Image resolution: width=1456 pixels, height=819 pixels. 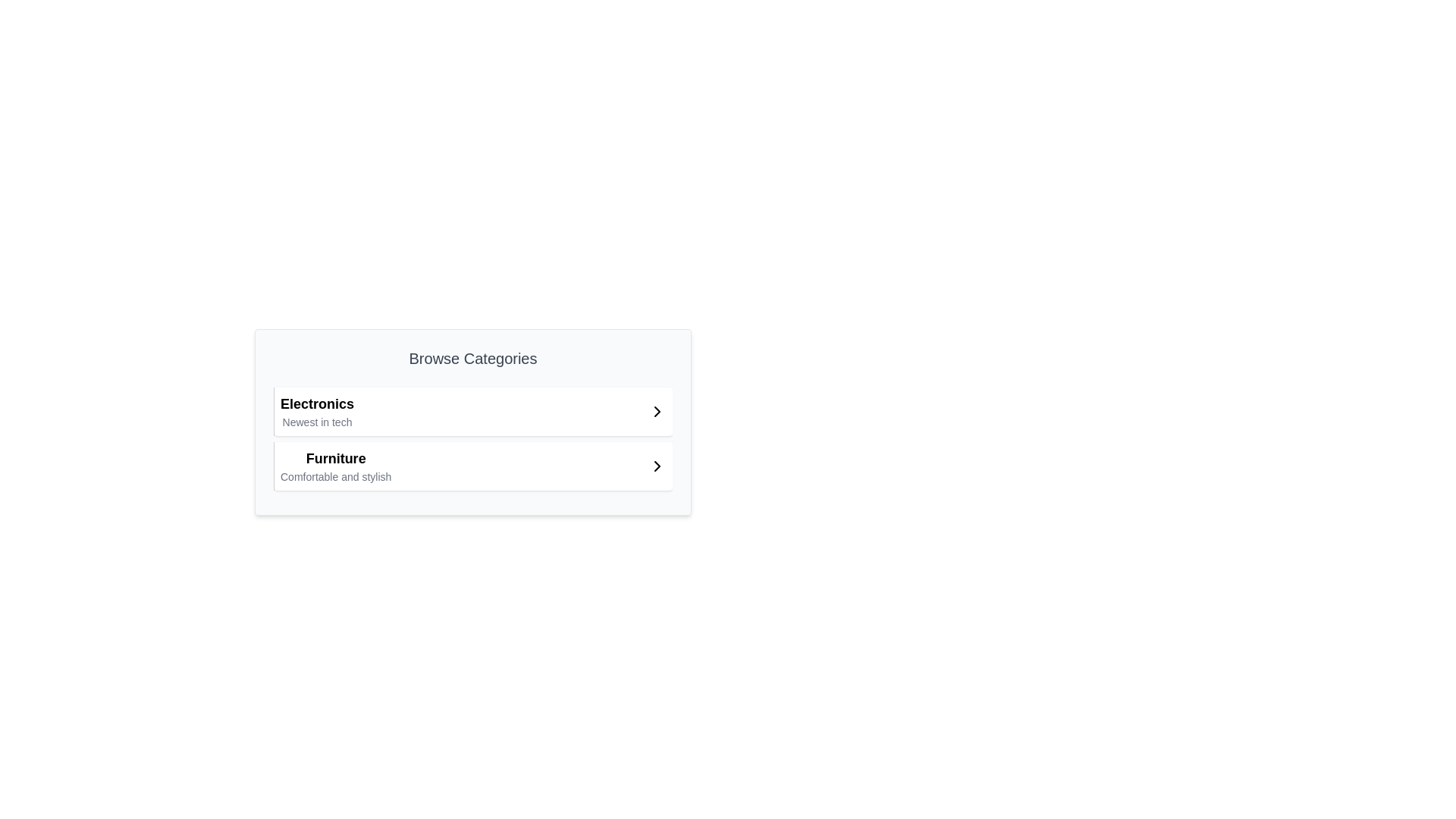 What do you see at coordinates (335, 458) in the screenshot?
I see `the Text header that identifies the 'Furniture' category, positioned as the left-aligned heading above the subtitle 'Comfortable and stylish'` at bounding box center [335, 458].